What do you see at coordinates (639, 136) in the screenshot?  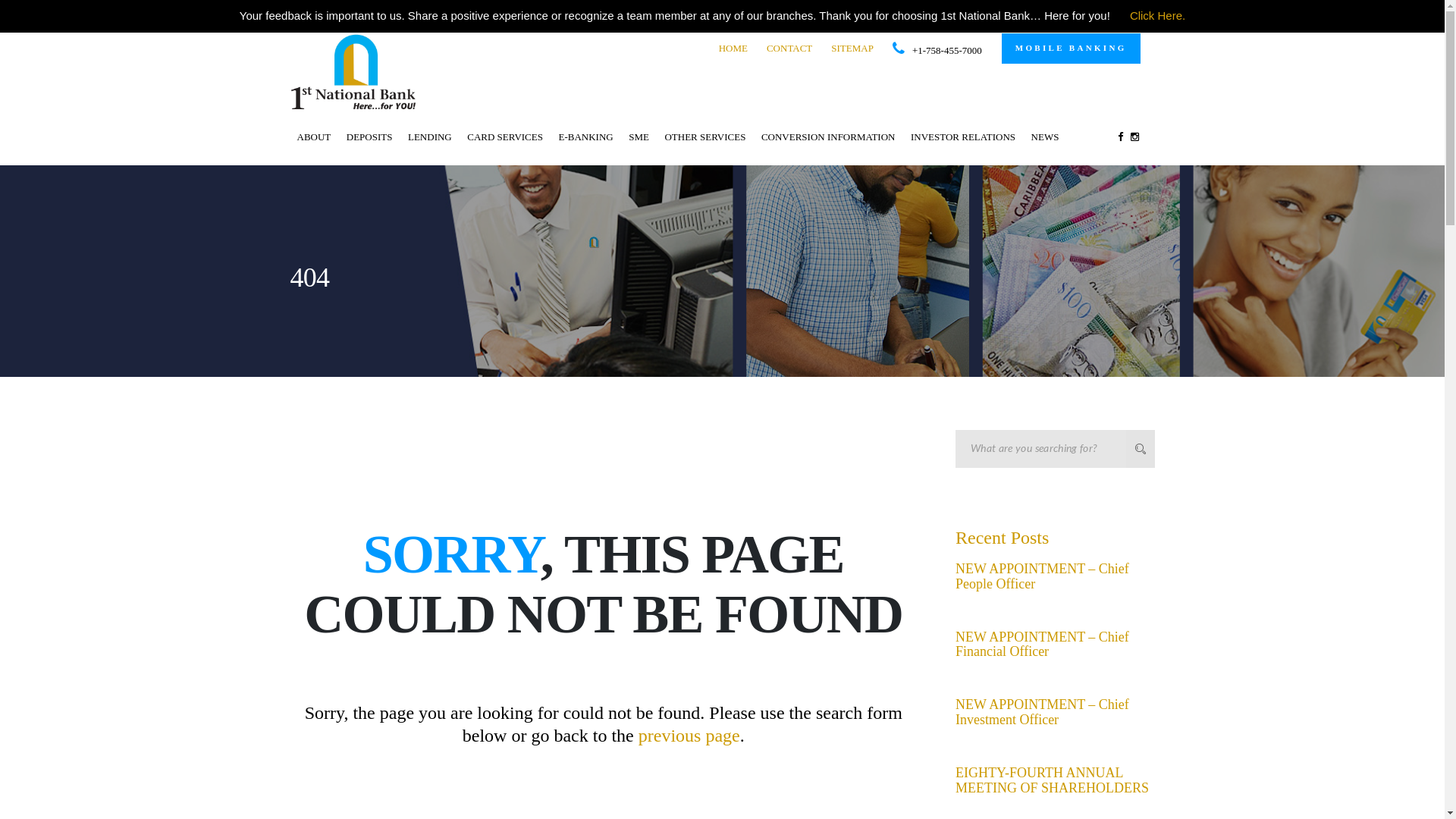 I see `'SME'` at bounding box center [639, 136].